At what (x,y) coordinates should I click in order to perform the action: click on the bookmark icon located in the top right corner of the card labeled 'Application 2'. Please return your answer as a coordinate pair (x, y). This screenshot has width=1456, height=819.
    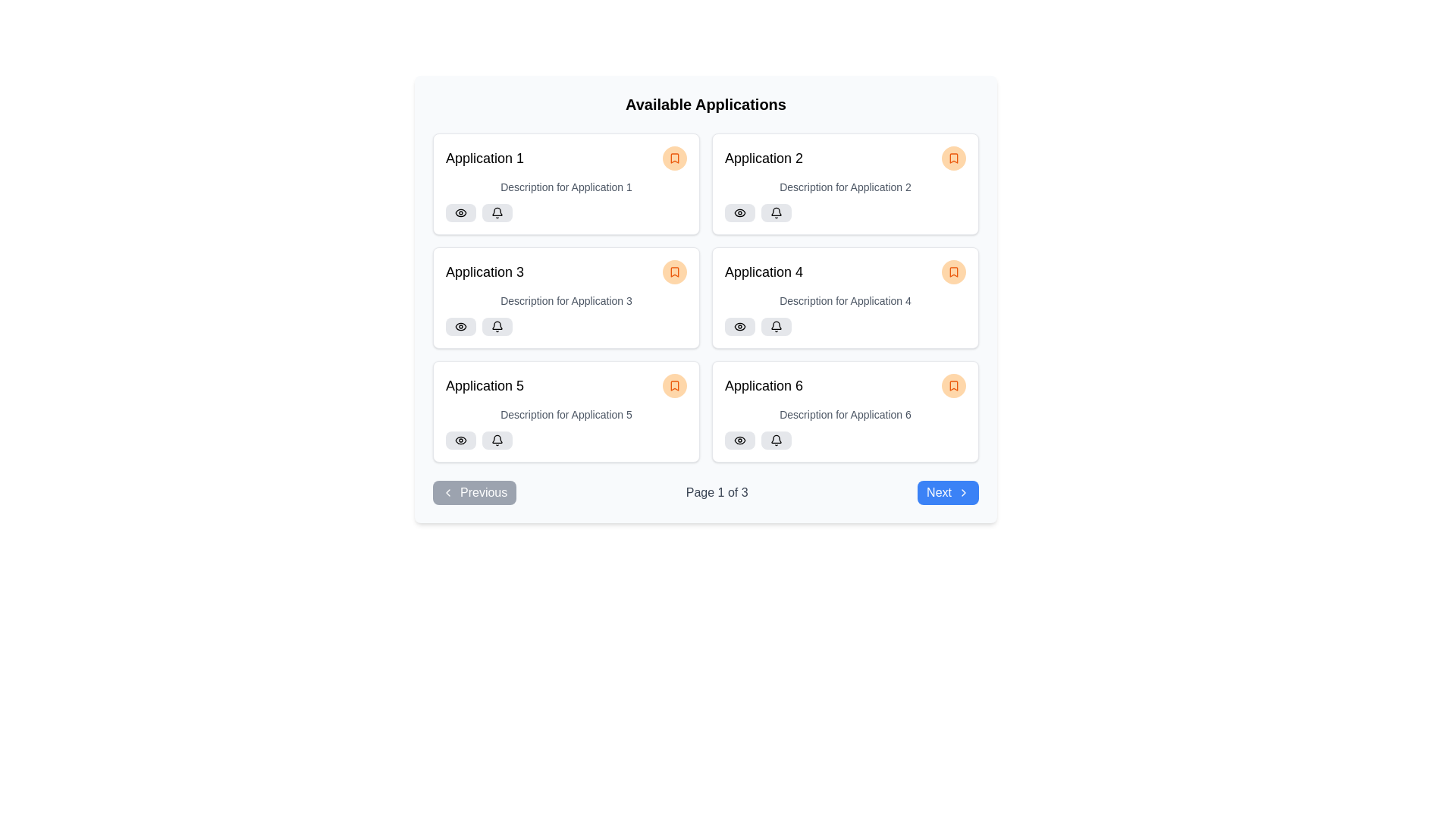
    Looking at the image, I should click on (952, 158).